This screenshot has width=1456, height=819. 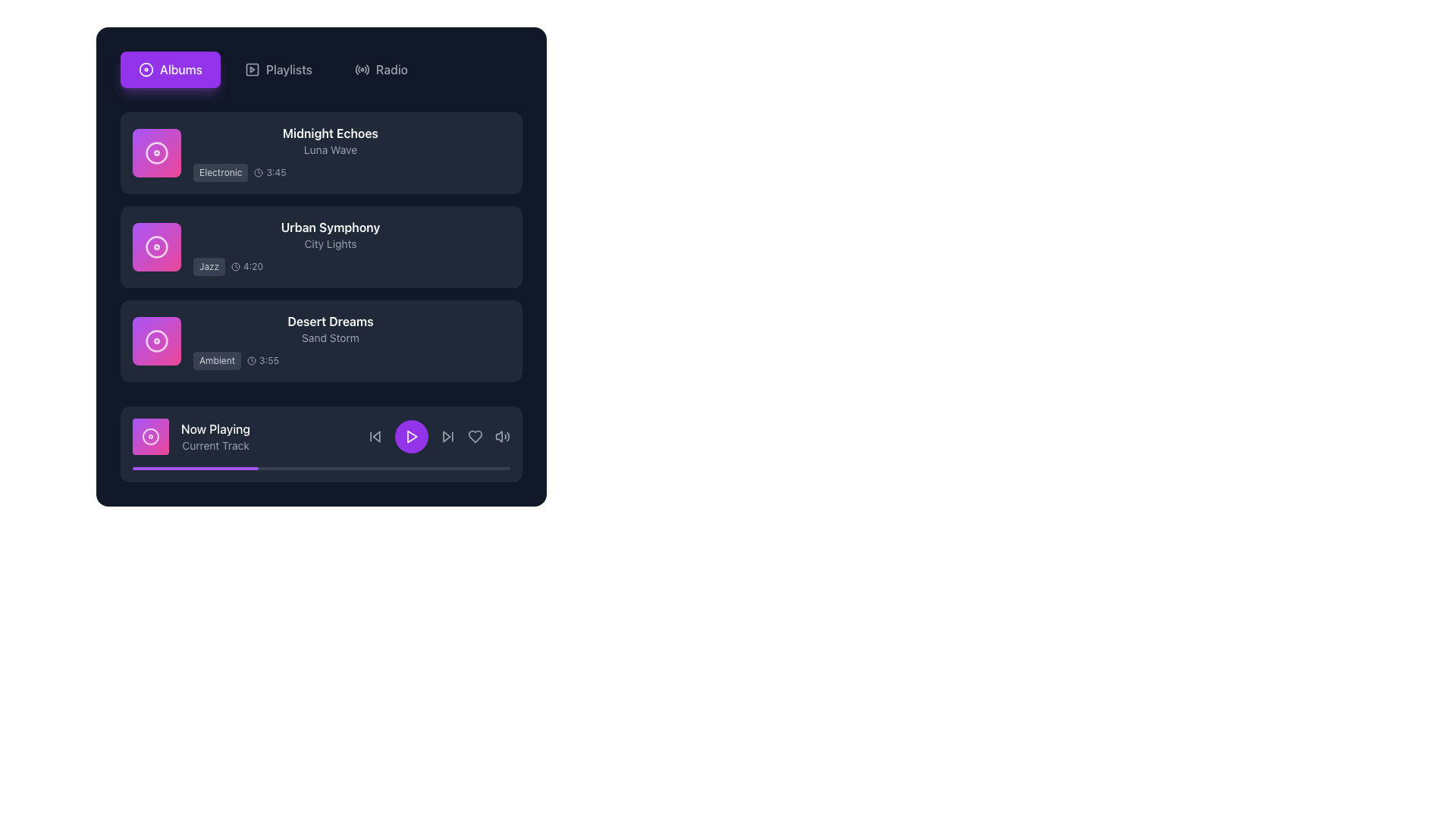 What do you see at coordinates (146, 70) in the screenshot?
I see `the Decorative Icon, a circular purple icon with a white stroke next to the 'Albums' text in a rounded rectangular button` at bounding box center [146, 70].